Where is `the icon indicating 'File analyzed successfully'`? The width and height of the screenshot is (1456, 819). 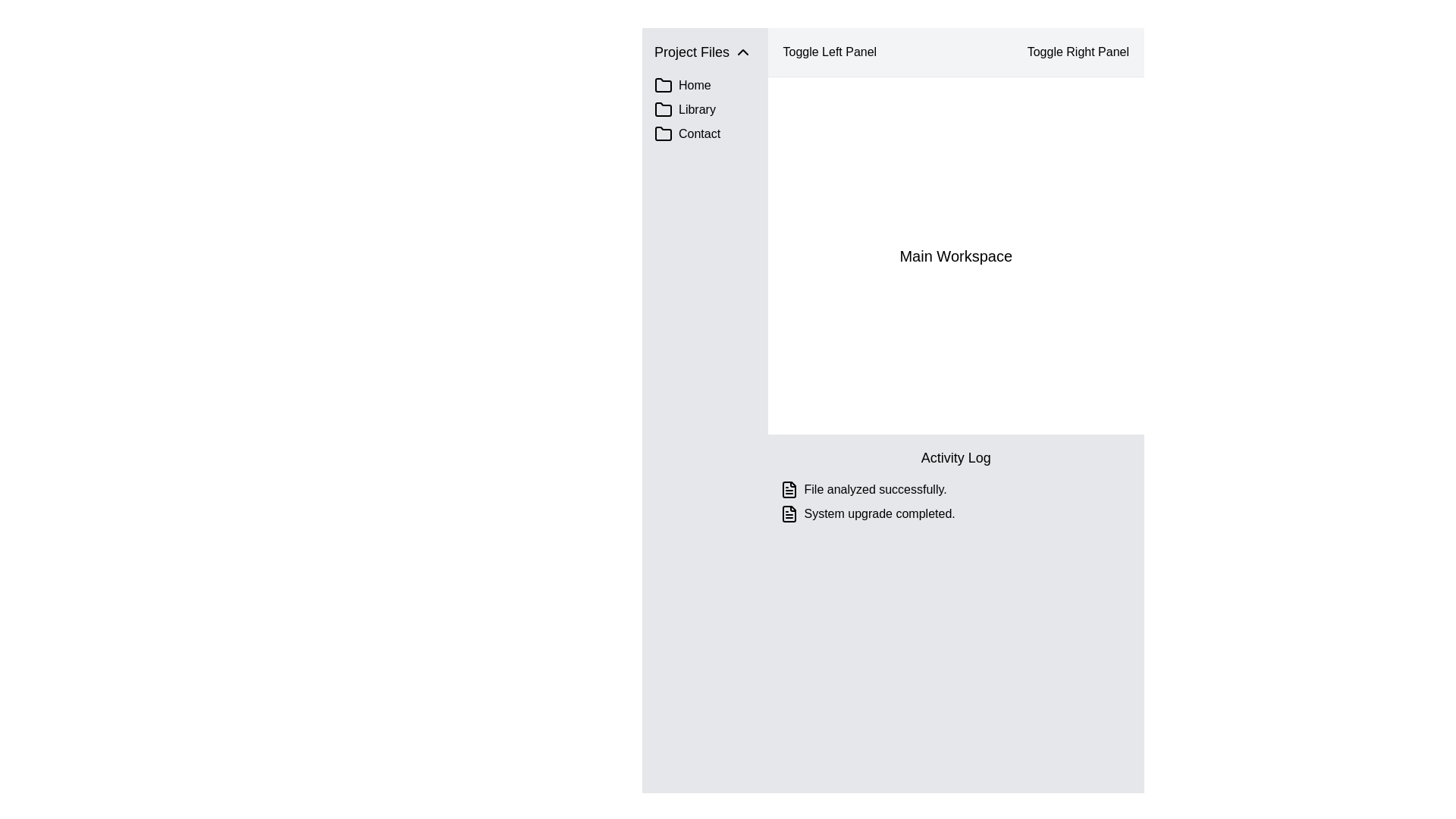 the icon indicating 'File analyzed successfully' is located at coordinates (789, 489).